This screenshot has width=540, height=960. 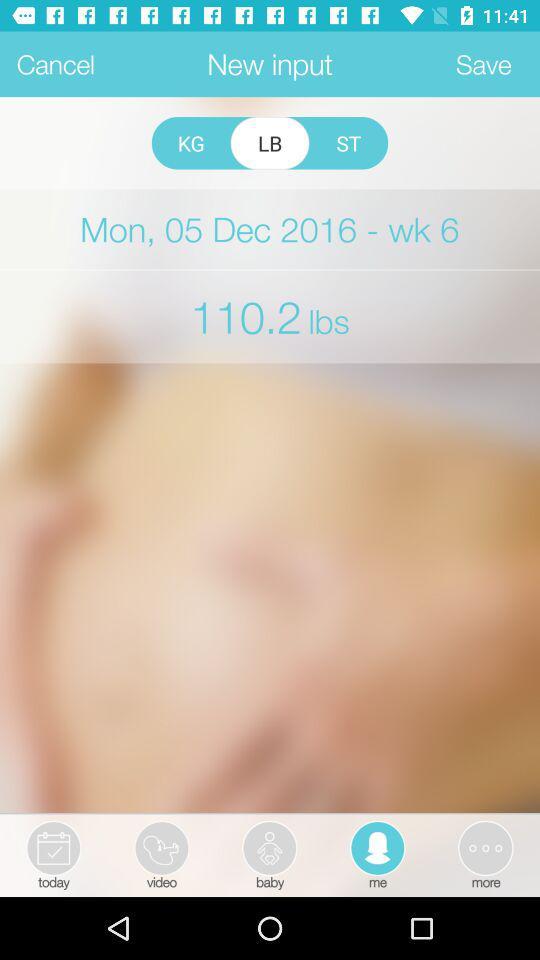 I want to click on the kg icon, so click(x=191, y=142).